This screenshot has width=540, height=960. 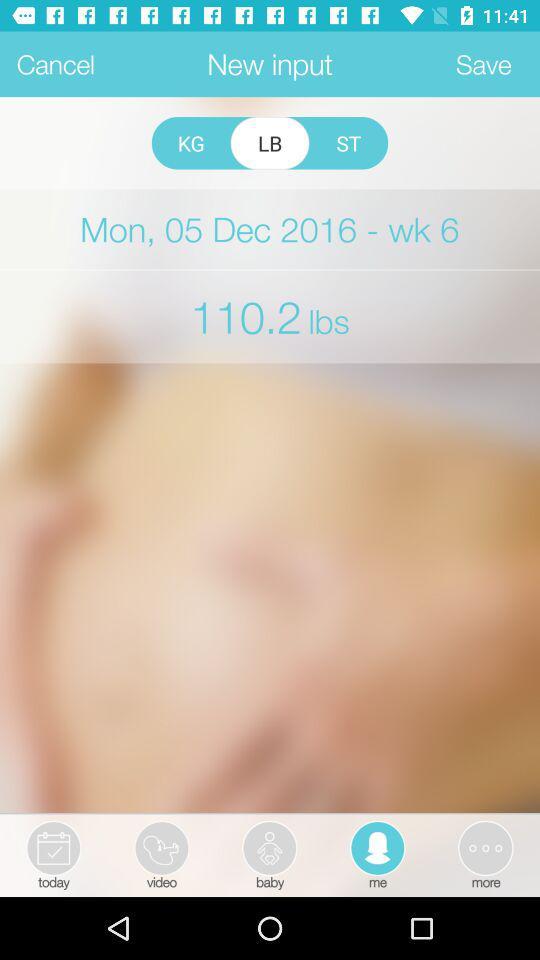 I want to click on the kg icon, so click(x=191, y=142).